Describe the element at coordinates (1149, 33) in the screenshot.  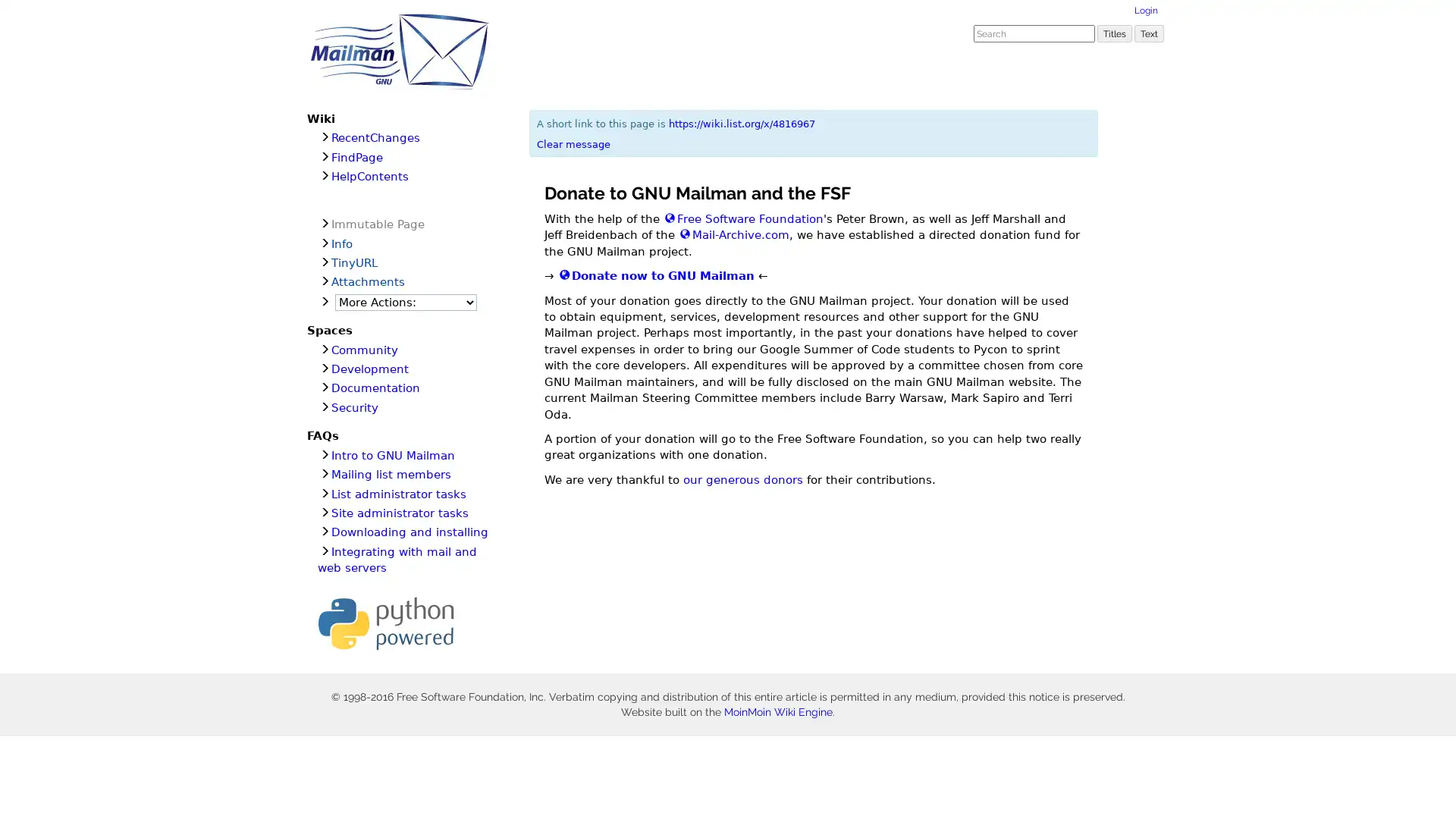
I see `Text` at that location.